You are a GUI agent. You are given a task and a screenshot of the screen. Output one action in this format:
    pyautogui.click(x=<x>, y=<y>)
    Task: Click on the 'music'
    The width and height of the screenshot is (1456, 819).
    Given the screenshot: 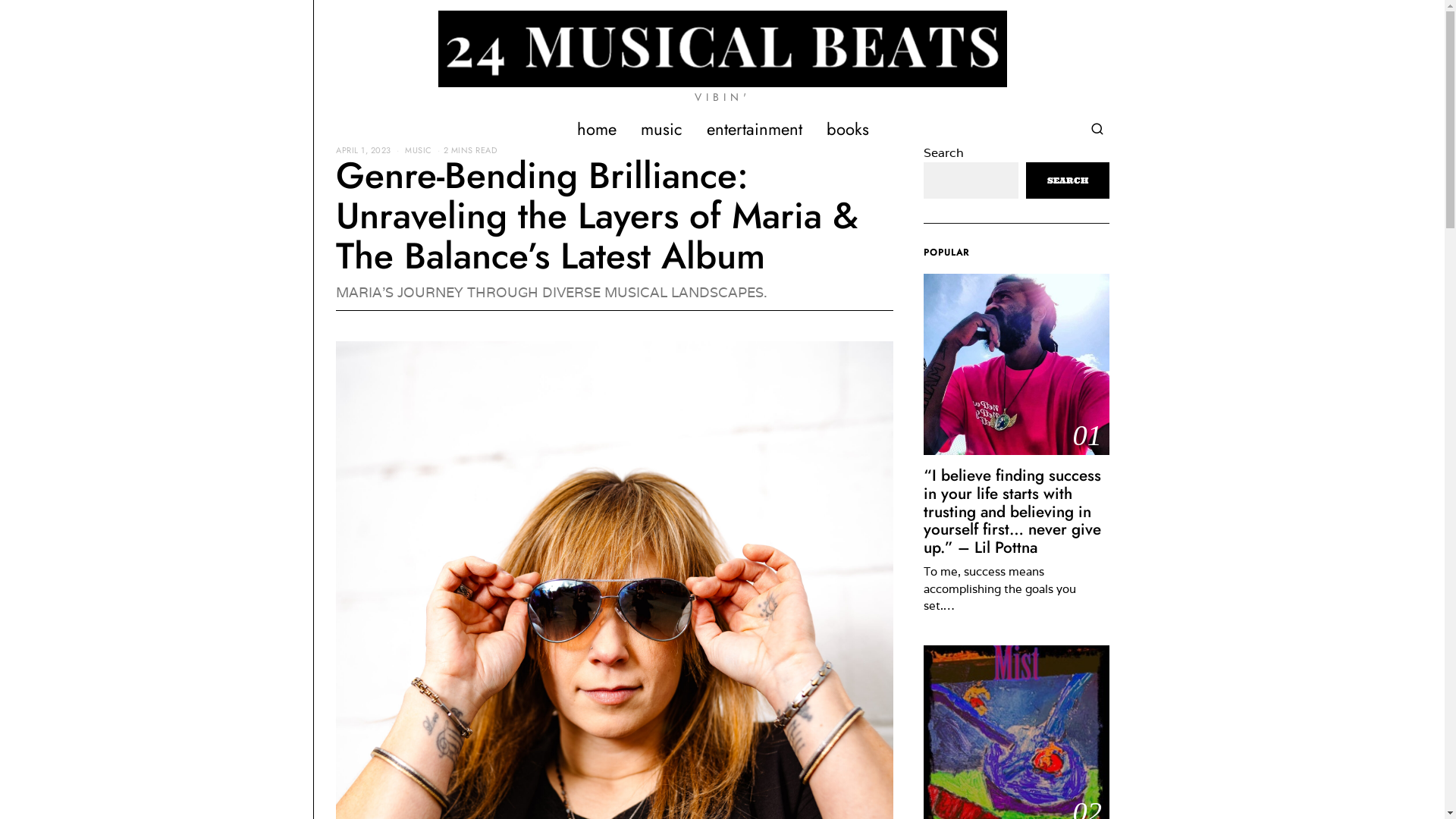 What is the action you would take?
    pyautogui.click(x=661, y=127)
    